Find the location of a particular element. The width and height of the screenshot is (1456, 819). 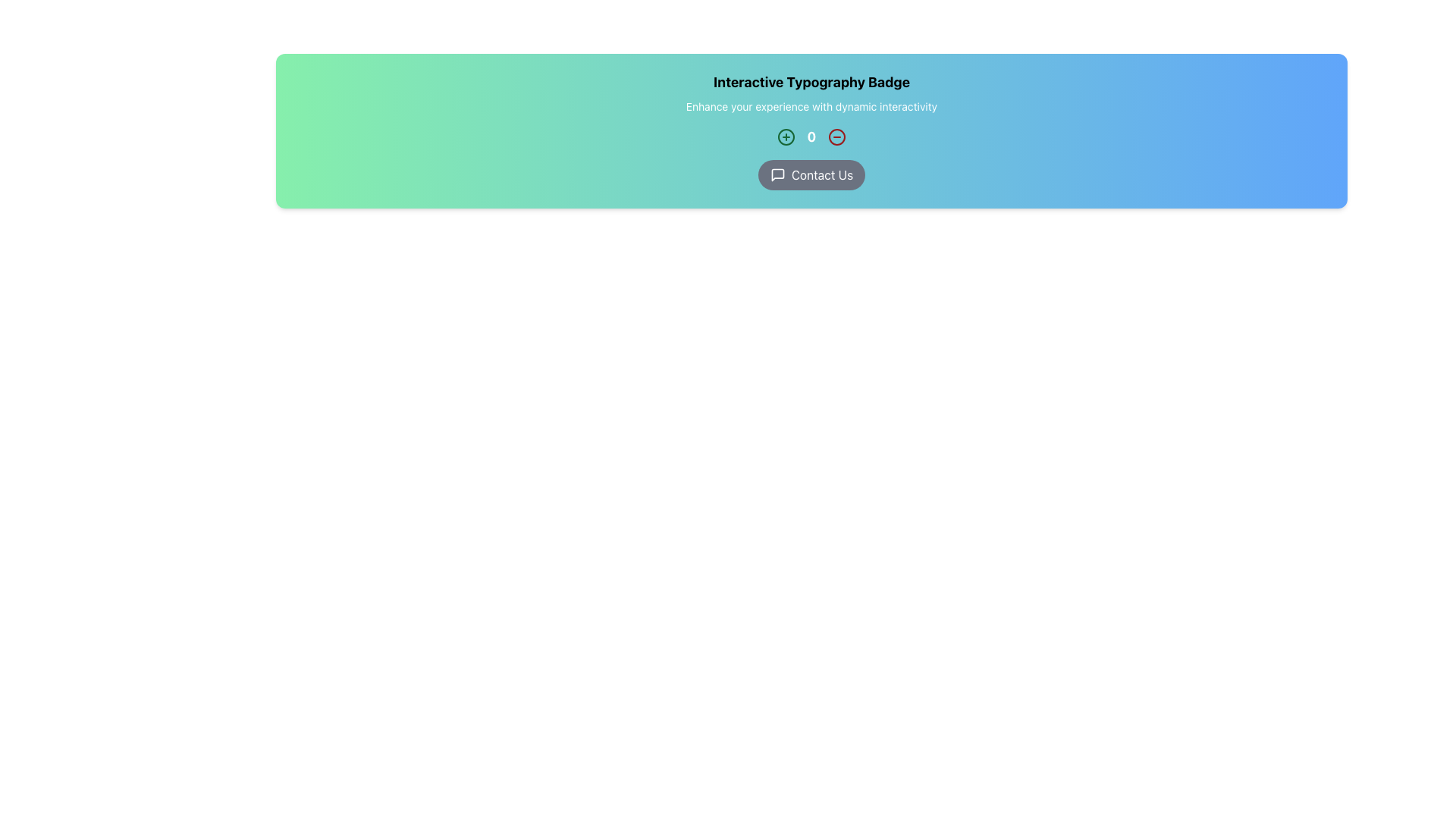

the SVG icon within the 'Contact Us' button, which visually supports the messaging functionality and is positioned towards the left end, acting as a decorative image before the text label is located at coordinates (777, 174).